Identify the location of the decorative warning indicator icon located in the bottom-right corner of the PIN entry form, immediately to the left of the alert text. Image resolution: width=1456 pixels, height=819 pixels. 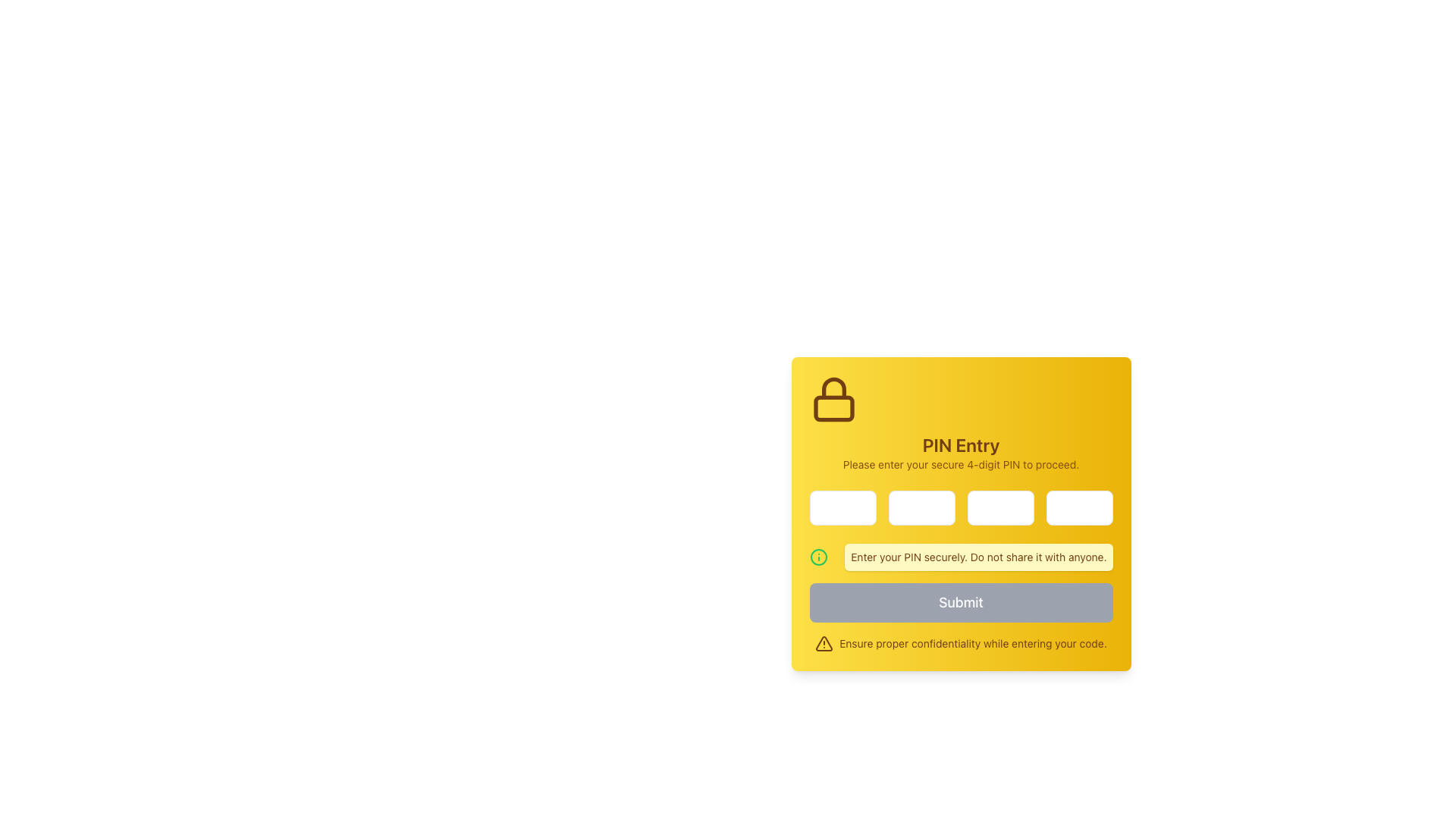
(824, 643).